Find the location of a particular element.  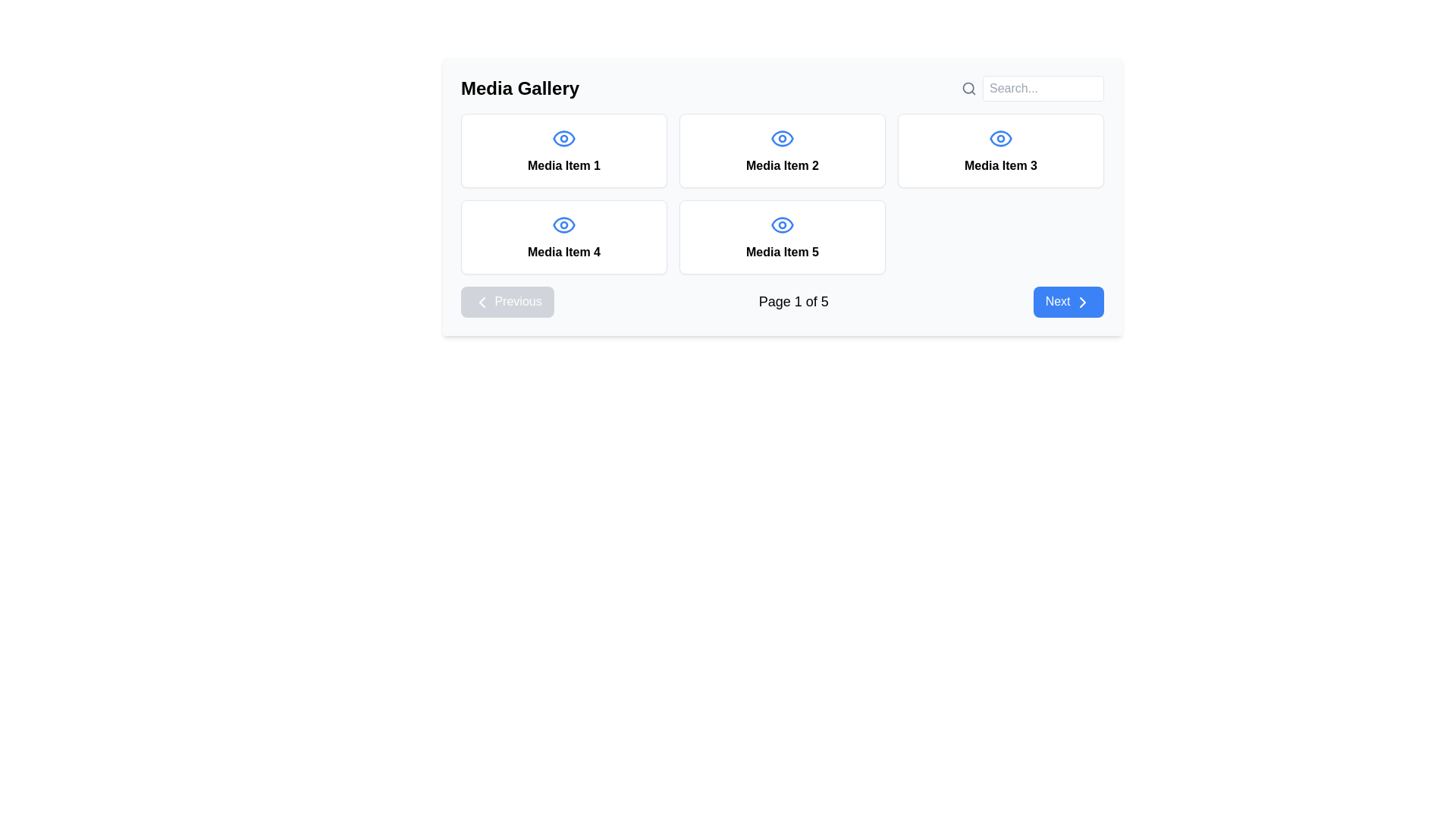

the prominent icon representing the 'view' action for 'Media Item 3', located at the top-right corner of its card component is located at coordinates (1001, 138).